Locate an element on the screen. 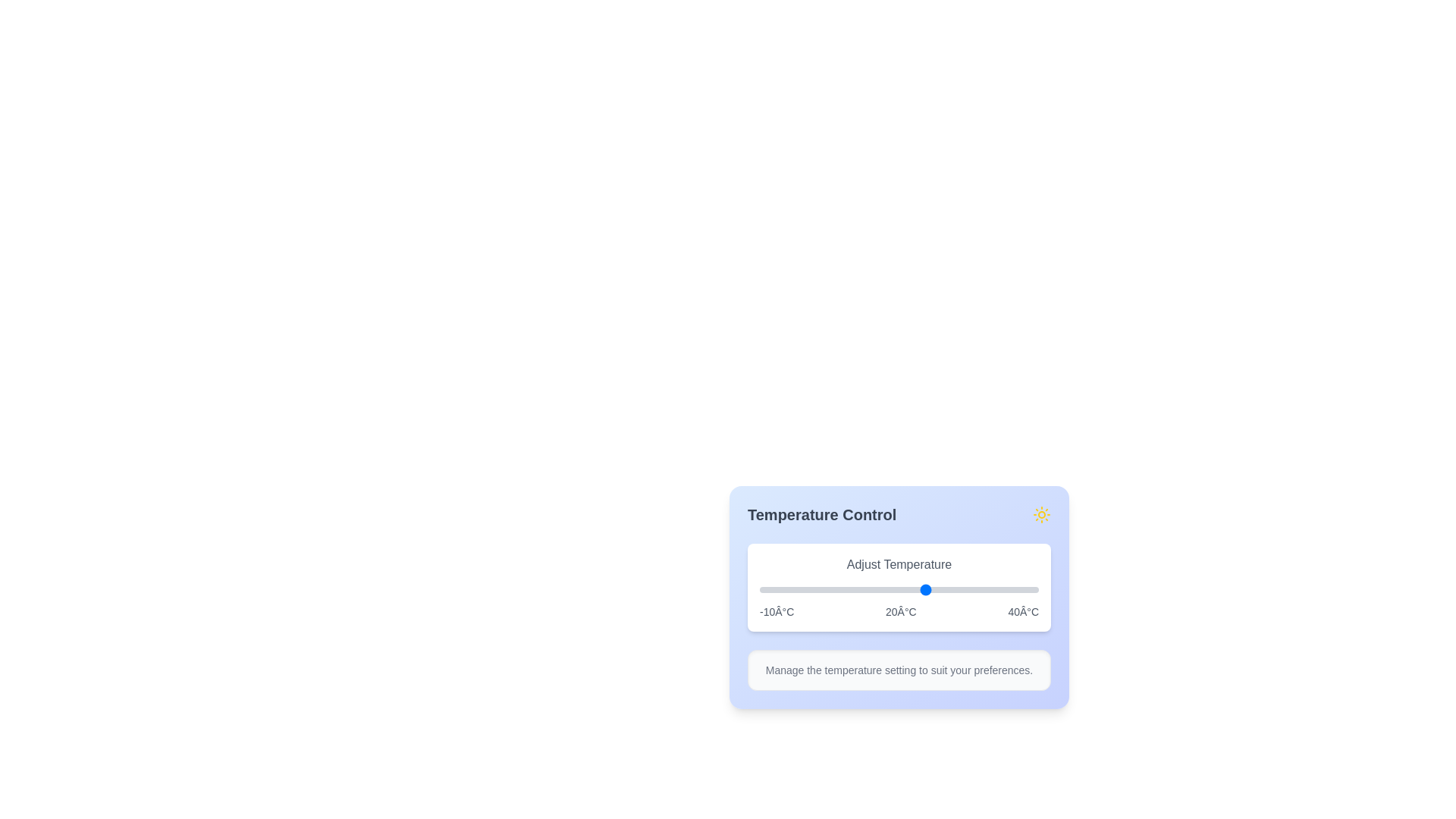 This screenshot has width=1456, height=819. the slider to set the temperature to 10°C is located at coordinates (871, 589).